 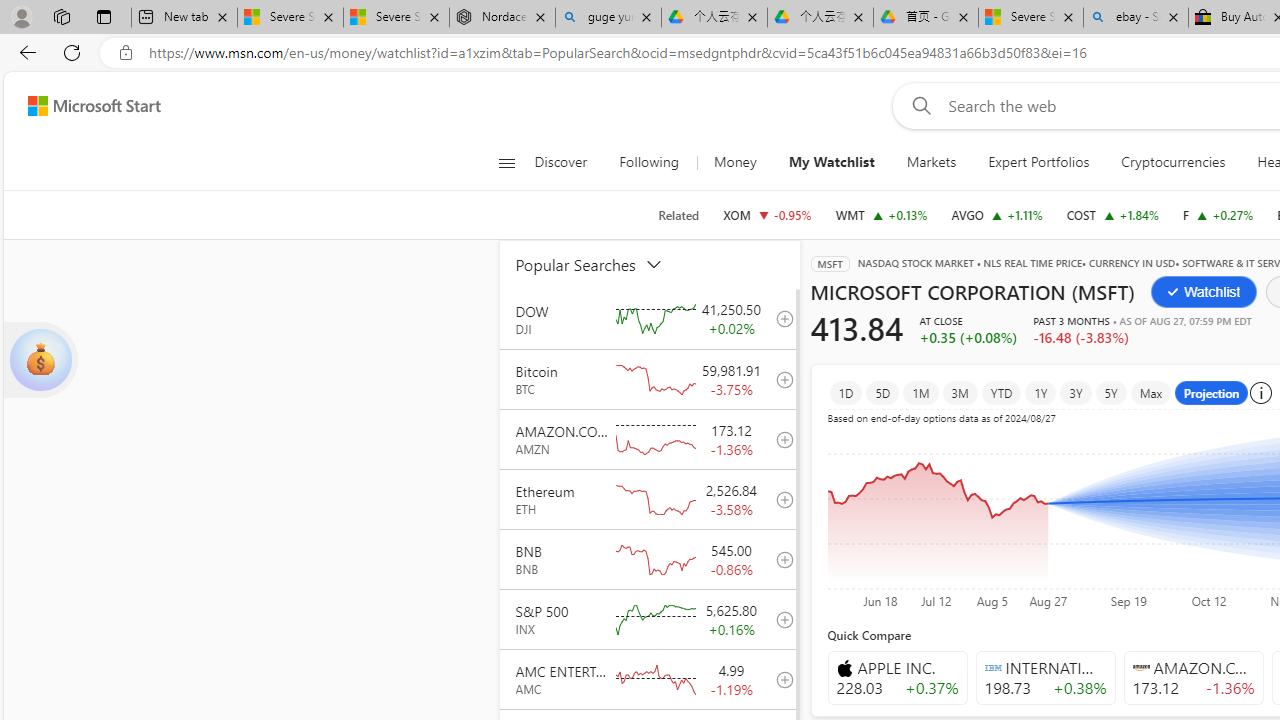 I want to click on '1D', so click(x=846, y=392).